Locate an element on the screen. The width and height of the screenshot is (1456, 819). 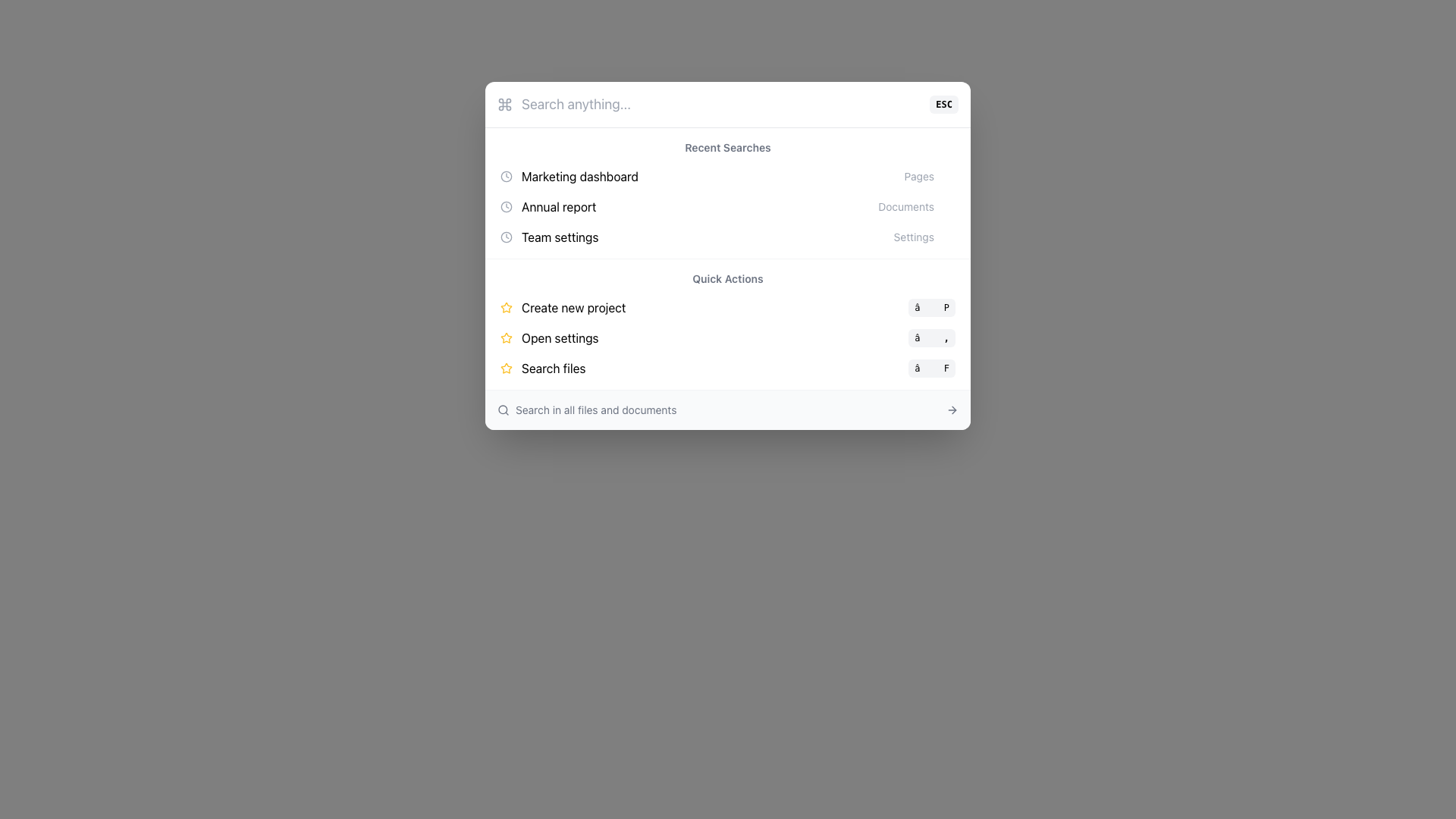
the right arrow SVG icon located at the far-right end of the lower section of the modal interface is located at coordinates (952, 409).